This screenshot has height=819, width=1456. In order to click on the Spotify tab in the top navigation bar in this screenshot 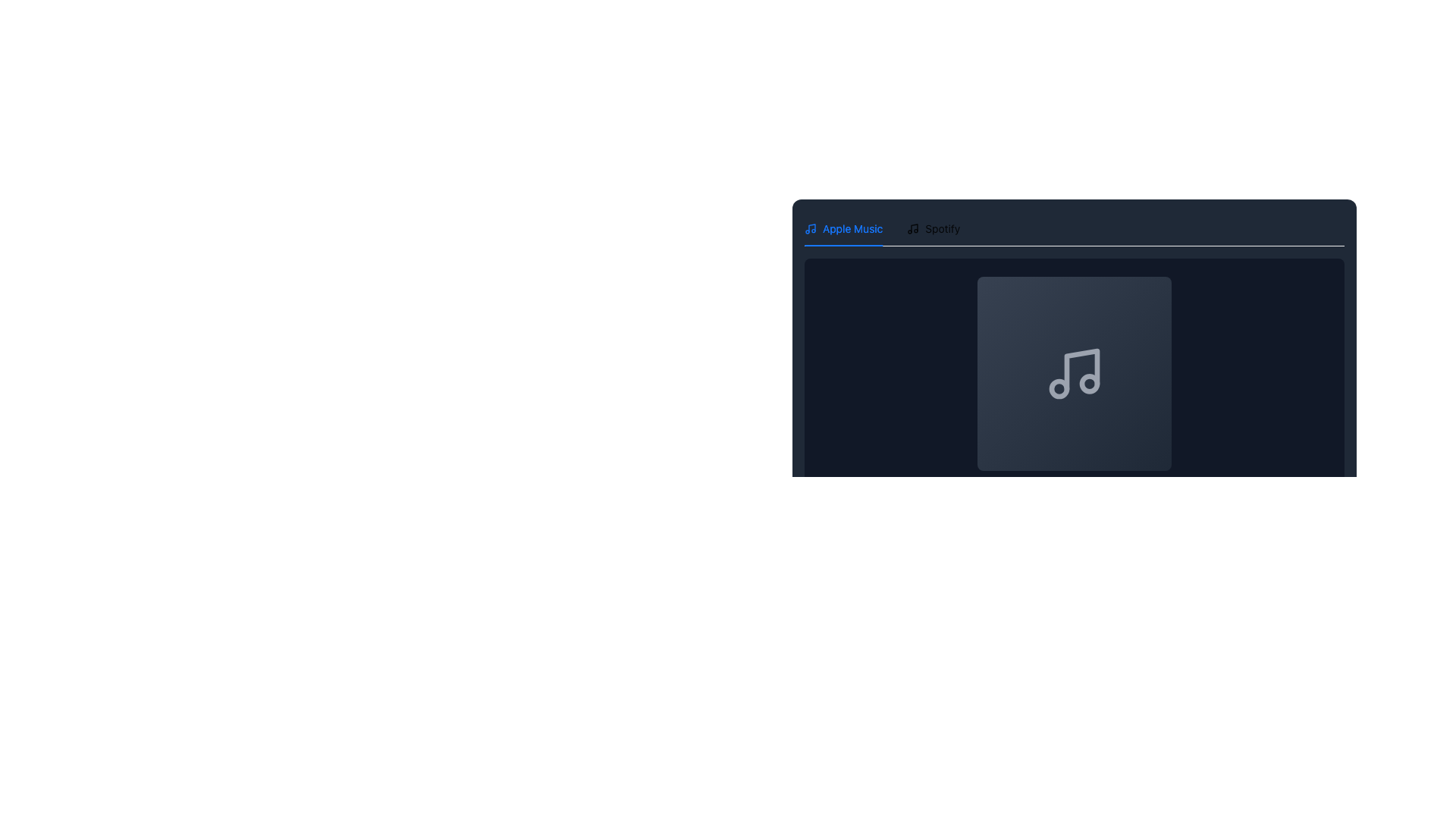, I will do `click(933, 228)`.